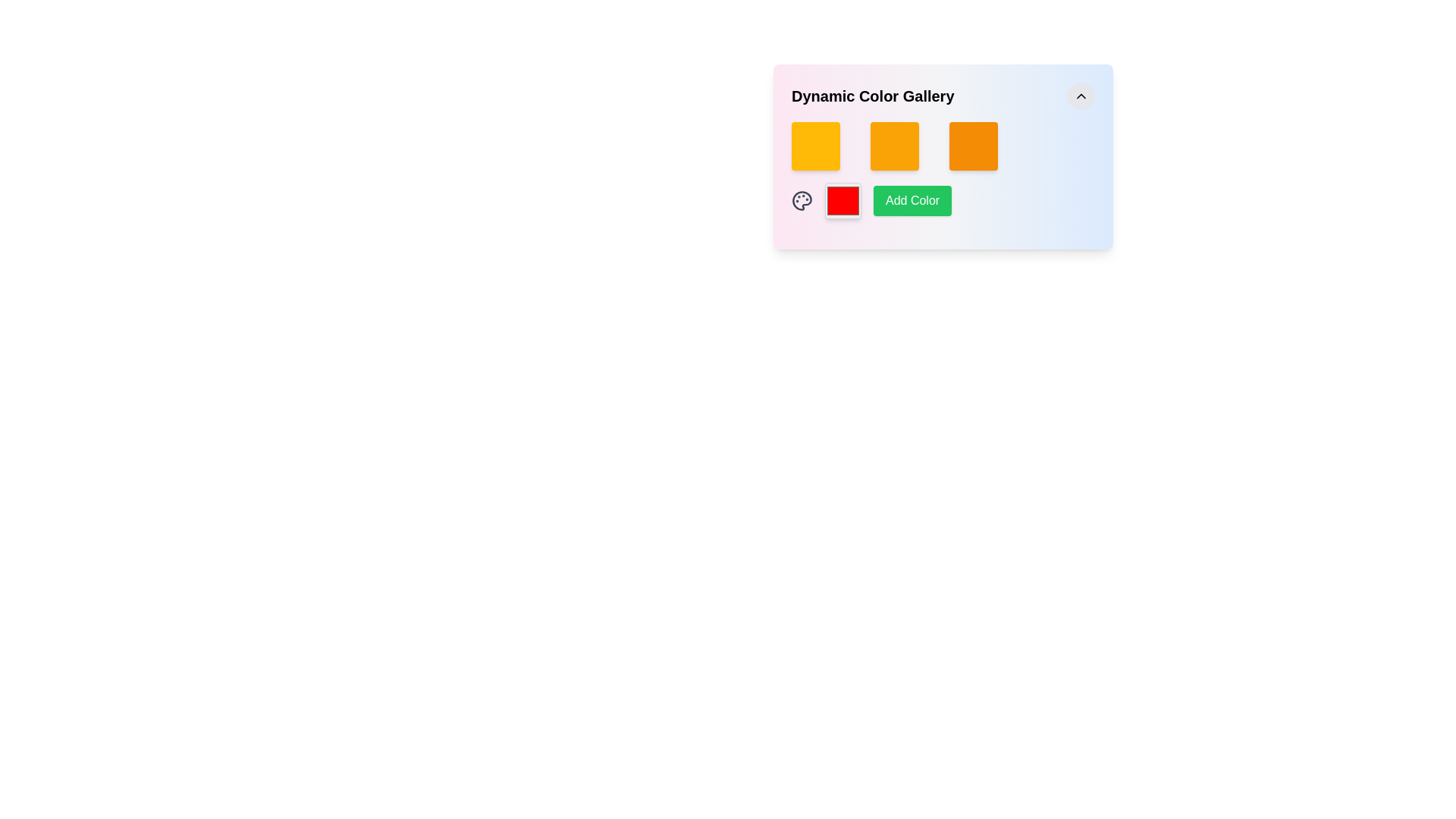  I want to click on the orange colored box with rounded edges, which is the second element in a grid layout, so click(895, 146).